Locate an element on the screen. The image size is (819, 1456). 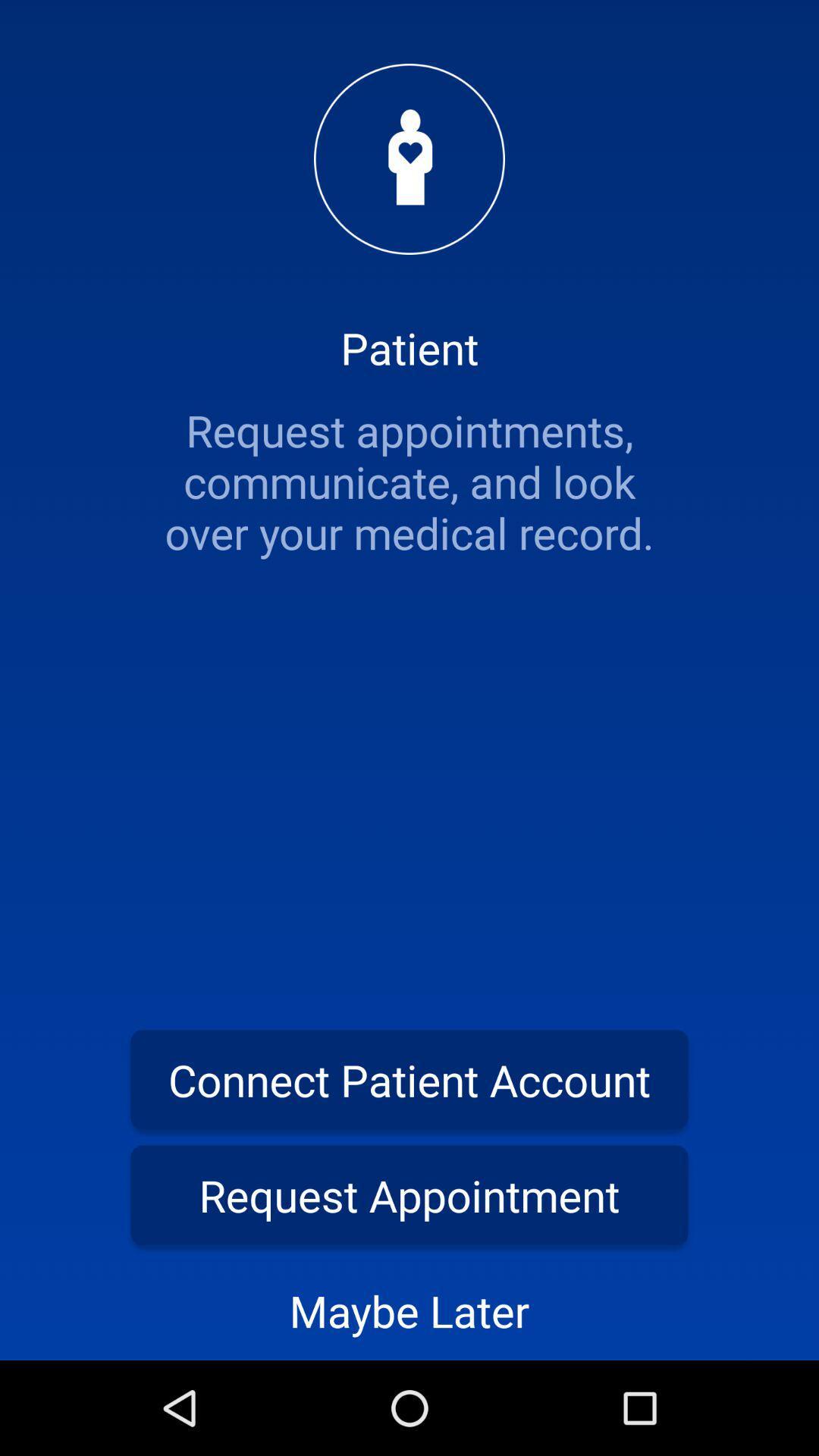
icon above maybe later is located at coordinates (409, 1194).